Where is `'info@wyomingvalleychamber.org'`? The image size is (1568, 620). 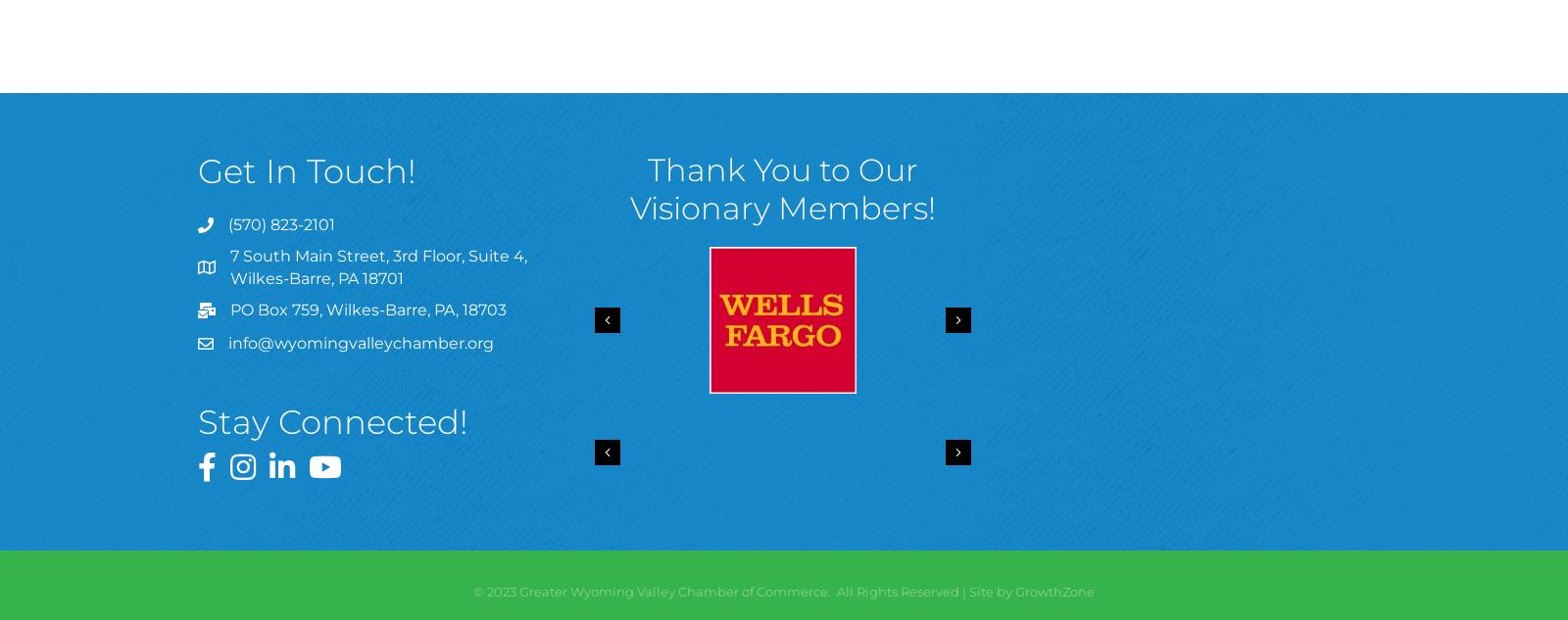 'info@wyomingvalleychamber.org' is located at coordinates (361, 343).